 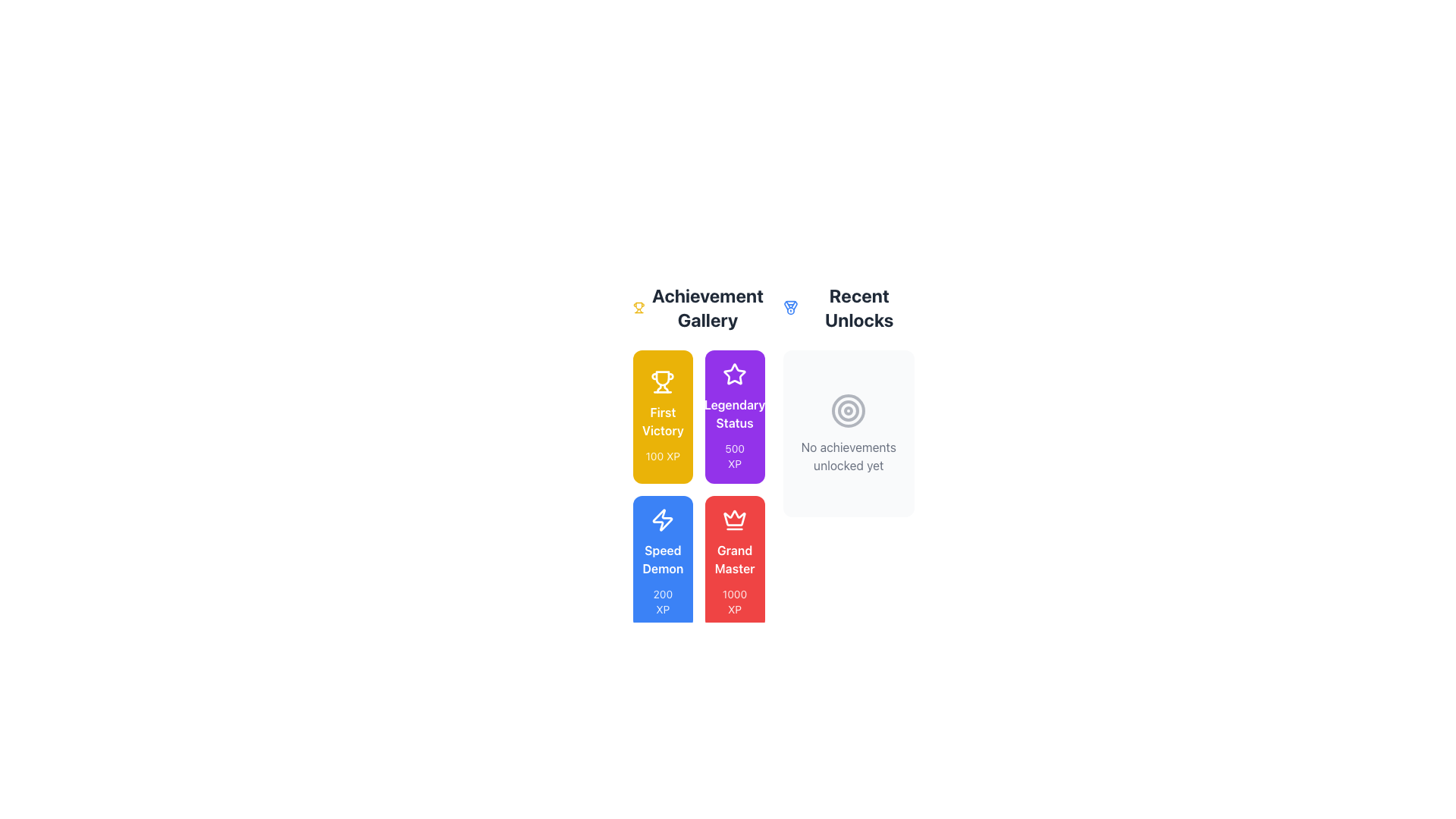 What do you see at coordinates (789, 307) in the screenshot?
I see `blue medal icon located to the left of the 'Recent Unlocks' text for its properties` at bounding box center [789, 307].